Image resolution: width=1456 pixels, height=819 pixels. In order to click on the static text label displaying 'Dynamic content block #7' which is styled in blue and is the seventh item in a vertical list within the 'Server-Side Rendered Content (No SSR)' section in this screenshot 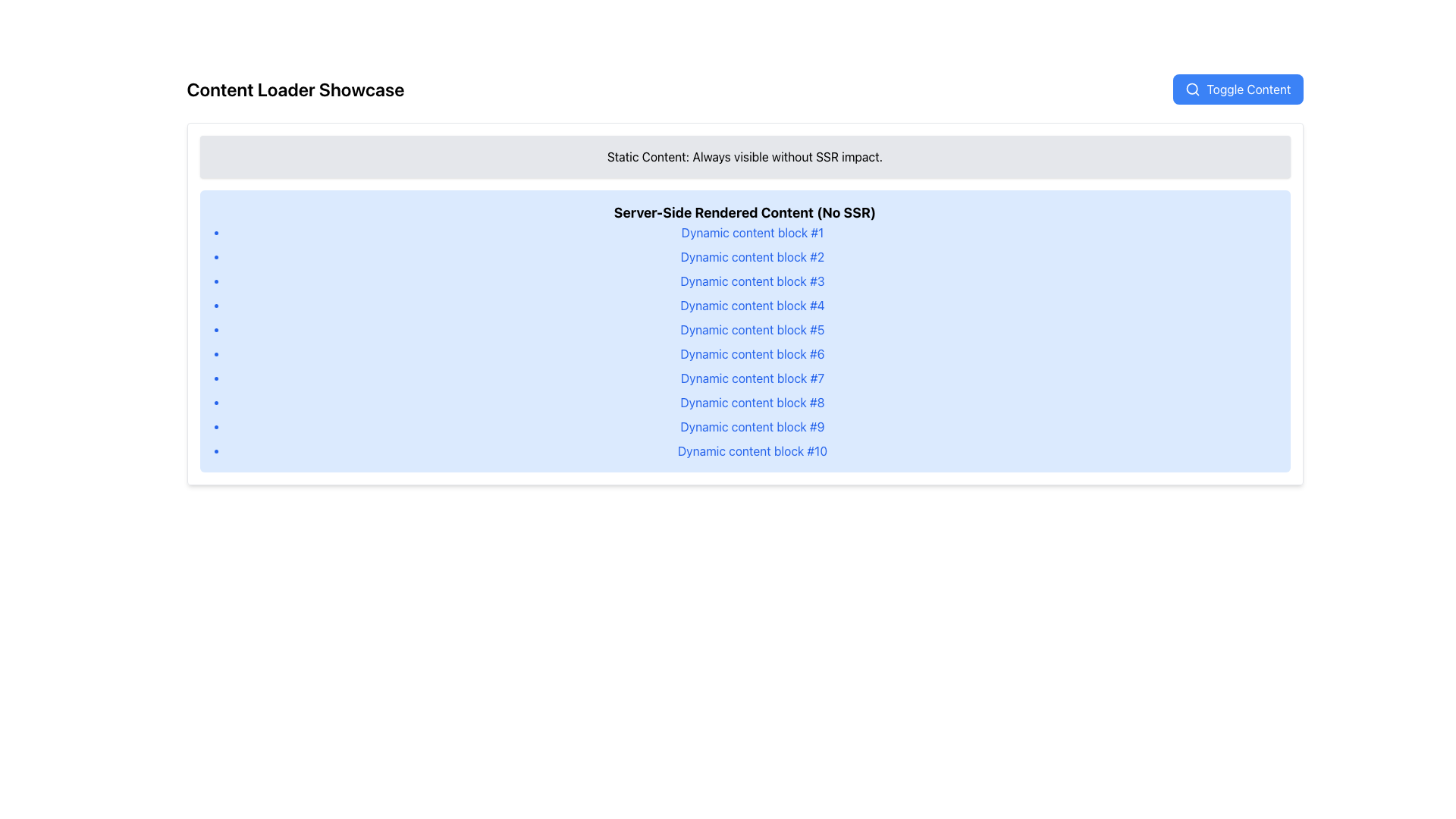, I will do `click(752, 377)`.